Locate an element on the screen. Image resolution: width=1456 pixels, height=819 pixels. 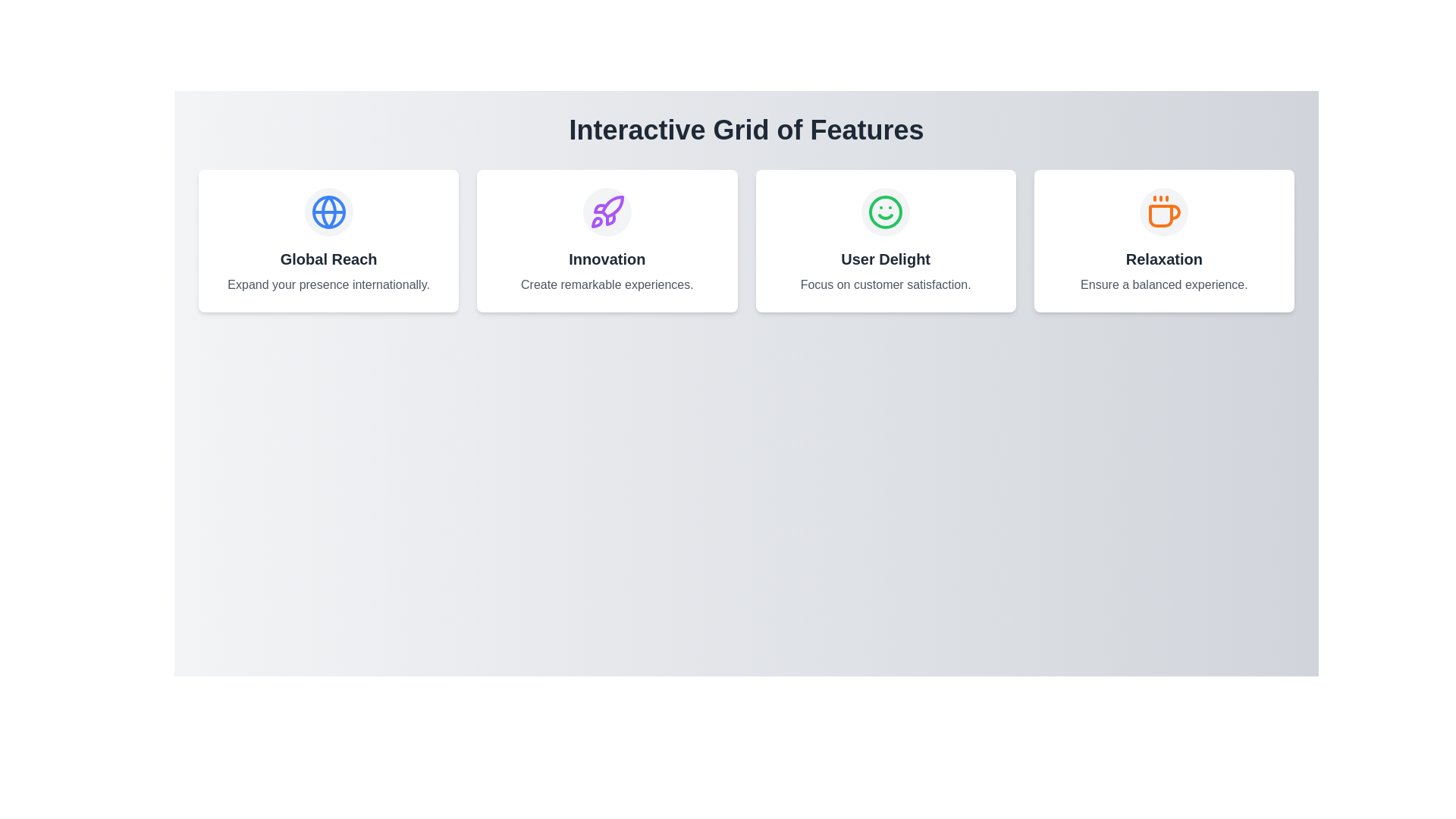
the rocket icon representing 'Innovation' in the top row of the grid layout for navigation or detailed view is located at coordinates (607, 212).